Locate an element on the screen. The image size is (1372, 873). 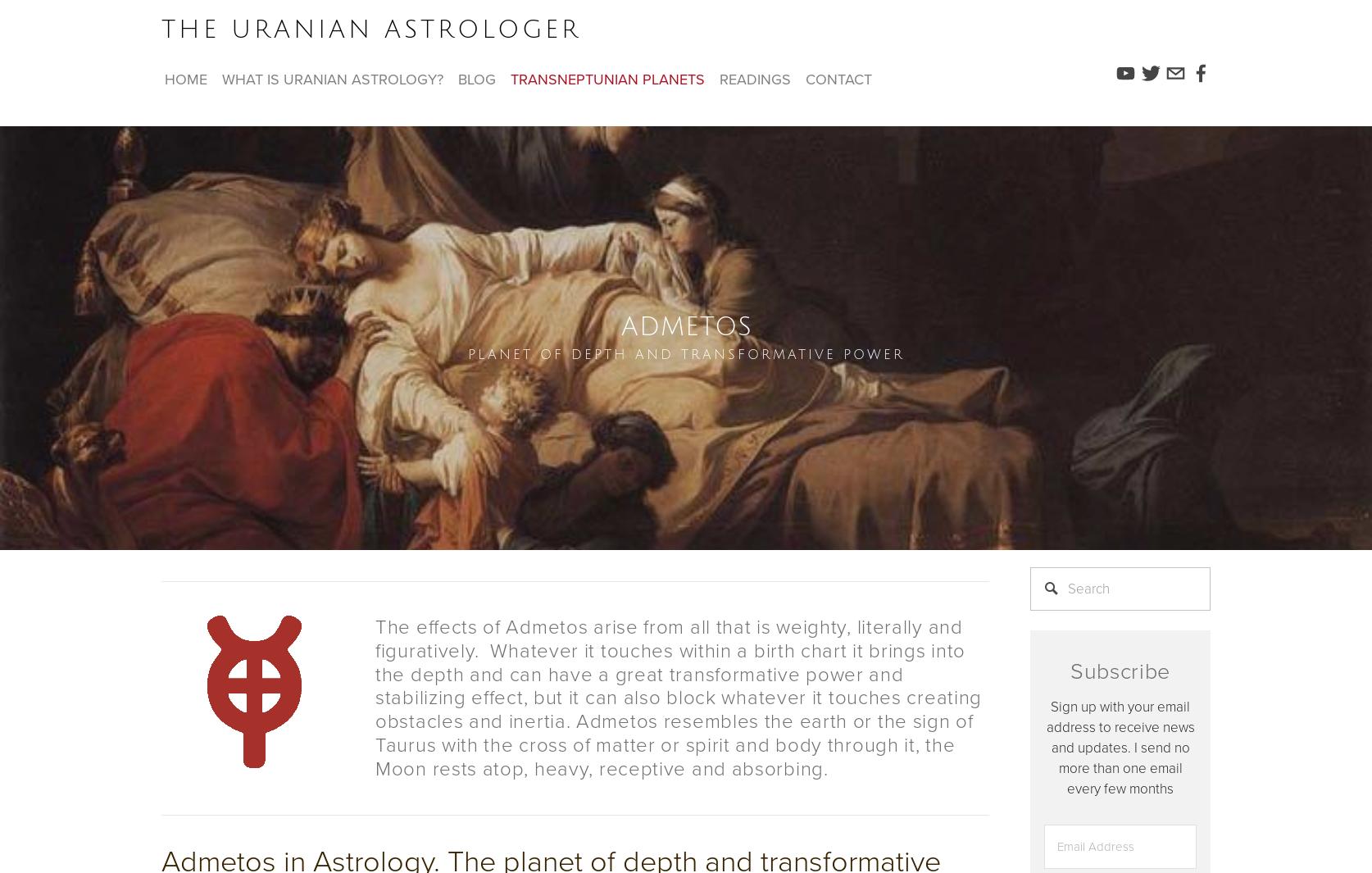
'planet of depth and transformative power' is located at coordinates (684, 354).